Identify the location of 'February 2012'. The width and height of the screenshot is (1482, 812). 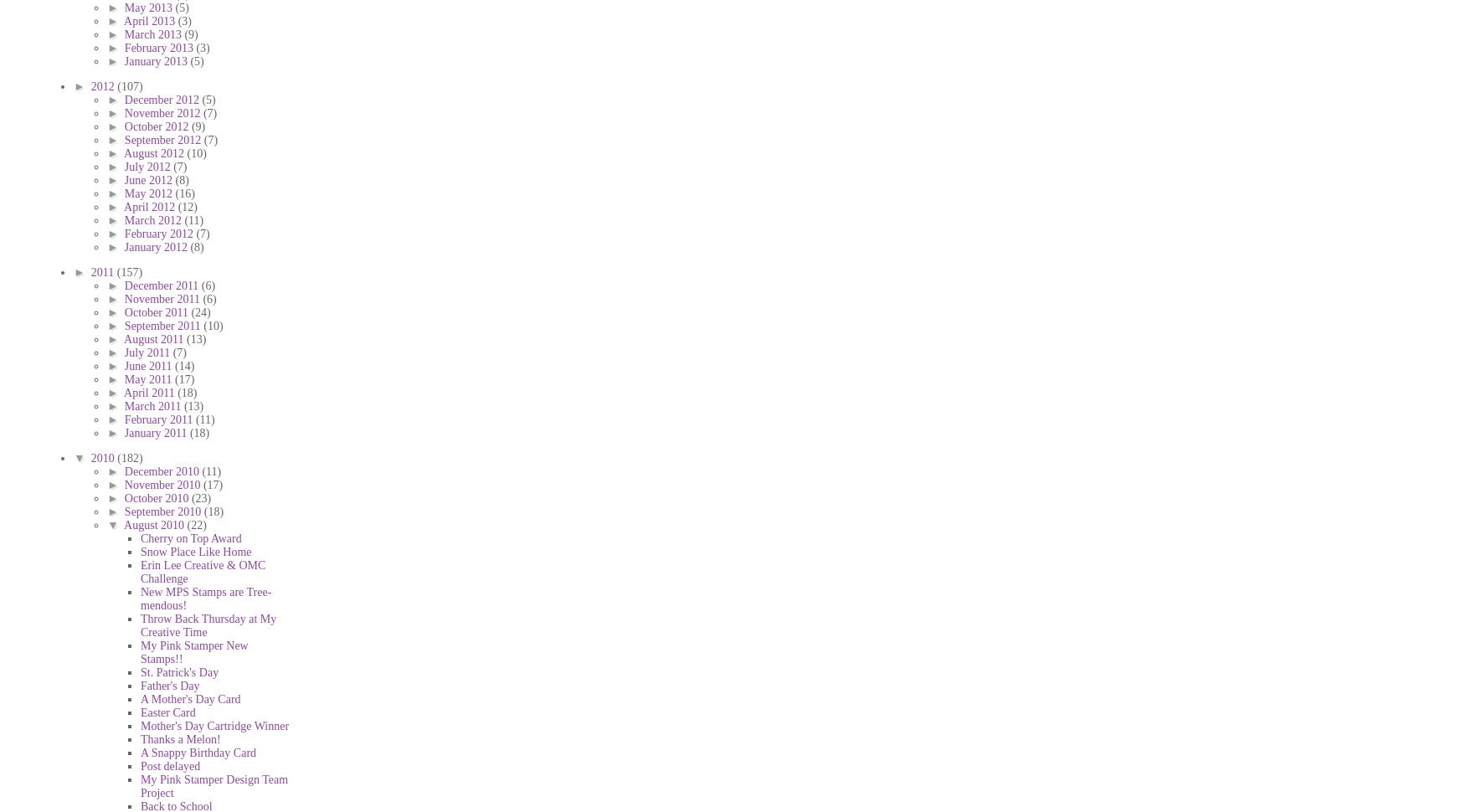
(159, 232).